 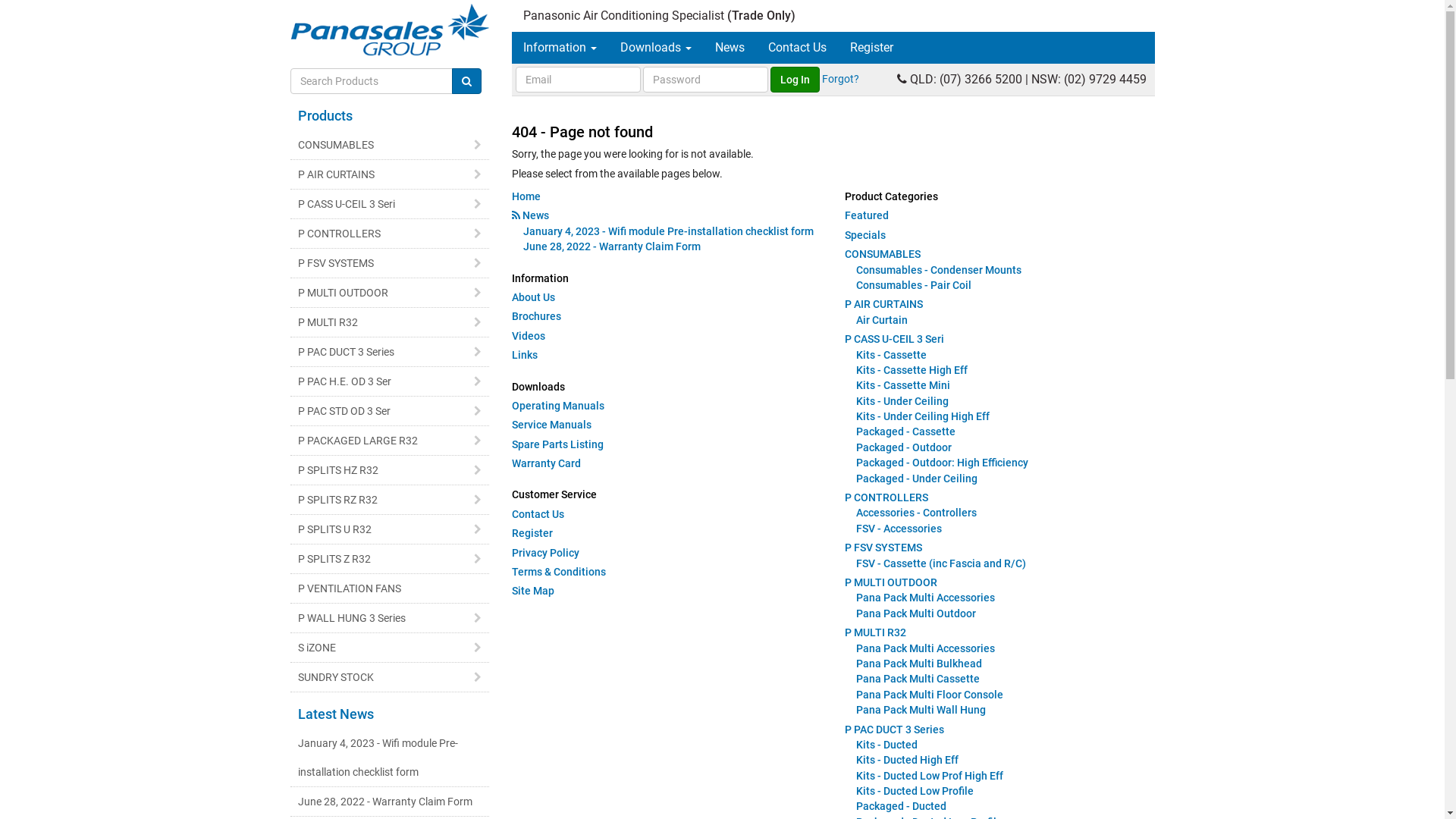 What do you see at coordinates (389, 30) in the screenshot?
I see `'Panasales Group Home'` at bounding box center [389, 30].